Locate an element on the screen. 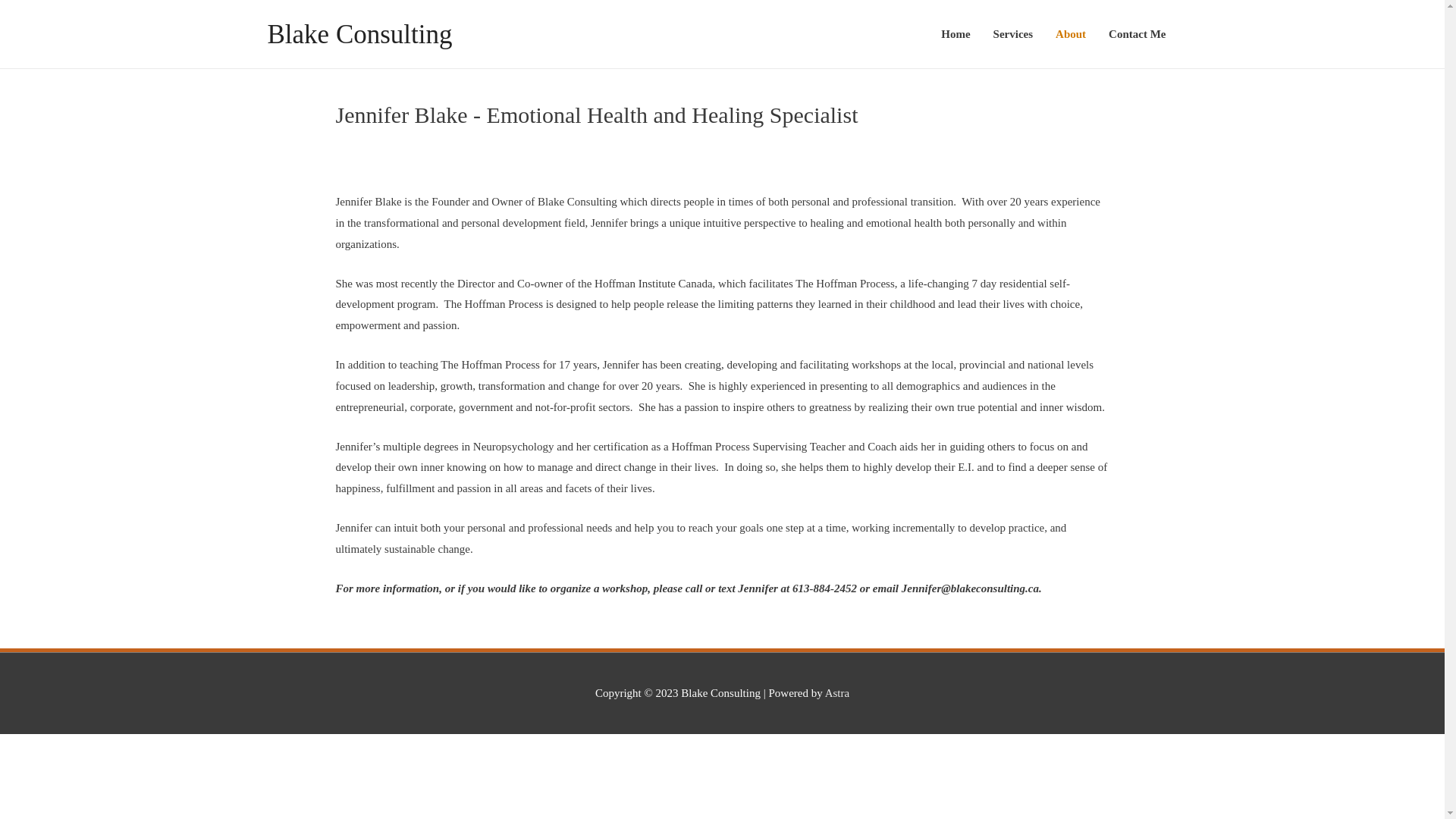  'About' is located at coordinates (1069, 34).